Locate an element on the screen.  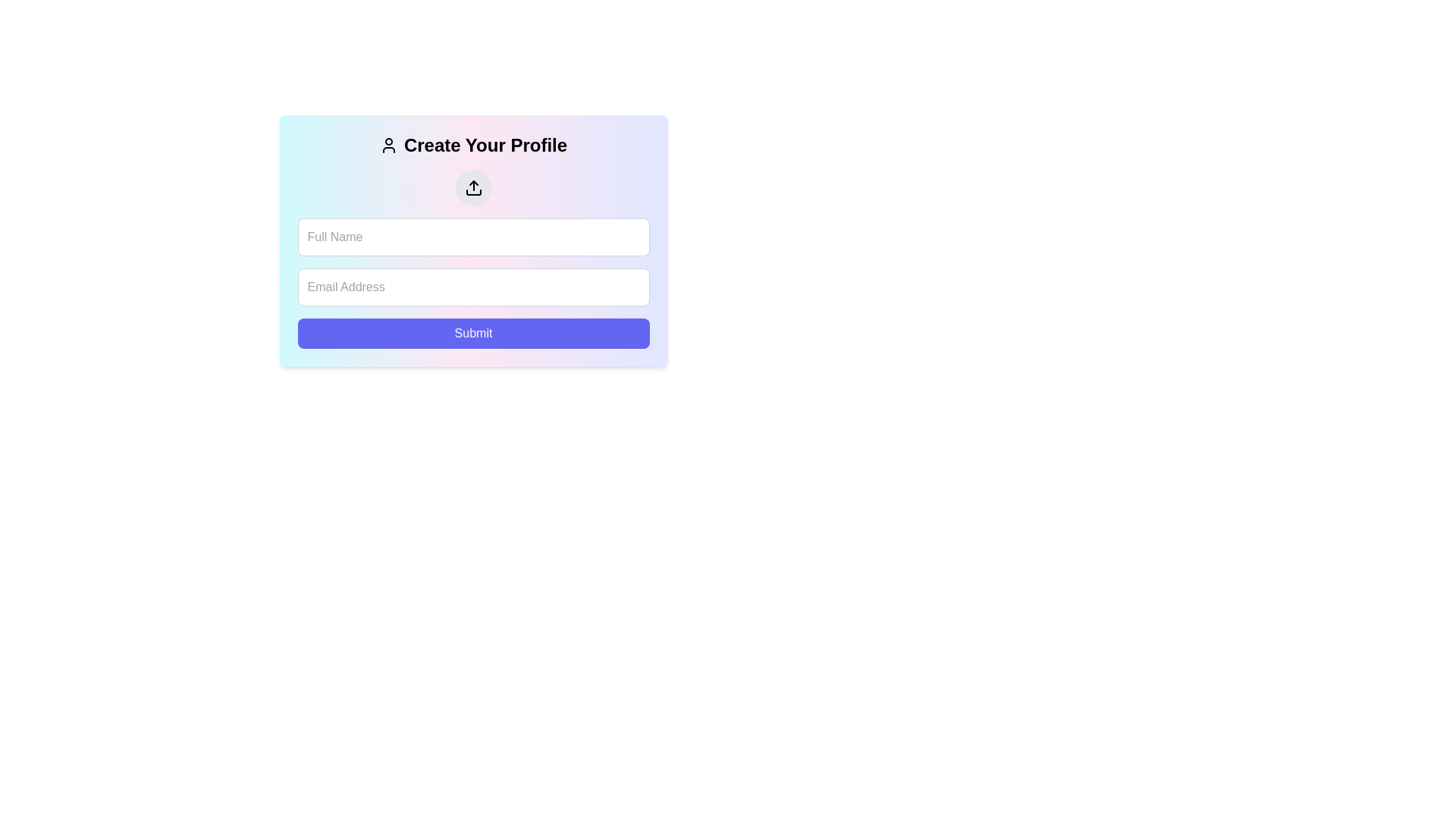
the submit button located at the bottom of the form, which is centered horizontally below the 'Full Name' and 'Email Address' input fields is located at coordinates (472, 332).